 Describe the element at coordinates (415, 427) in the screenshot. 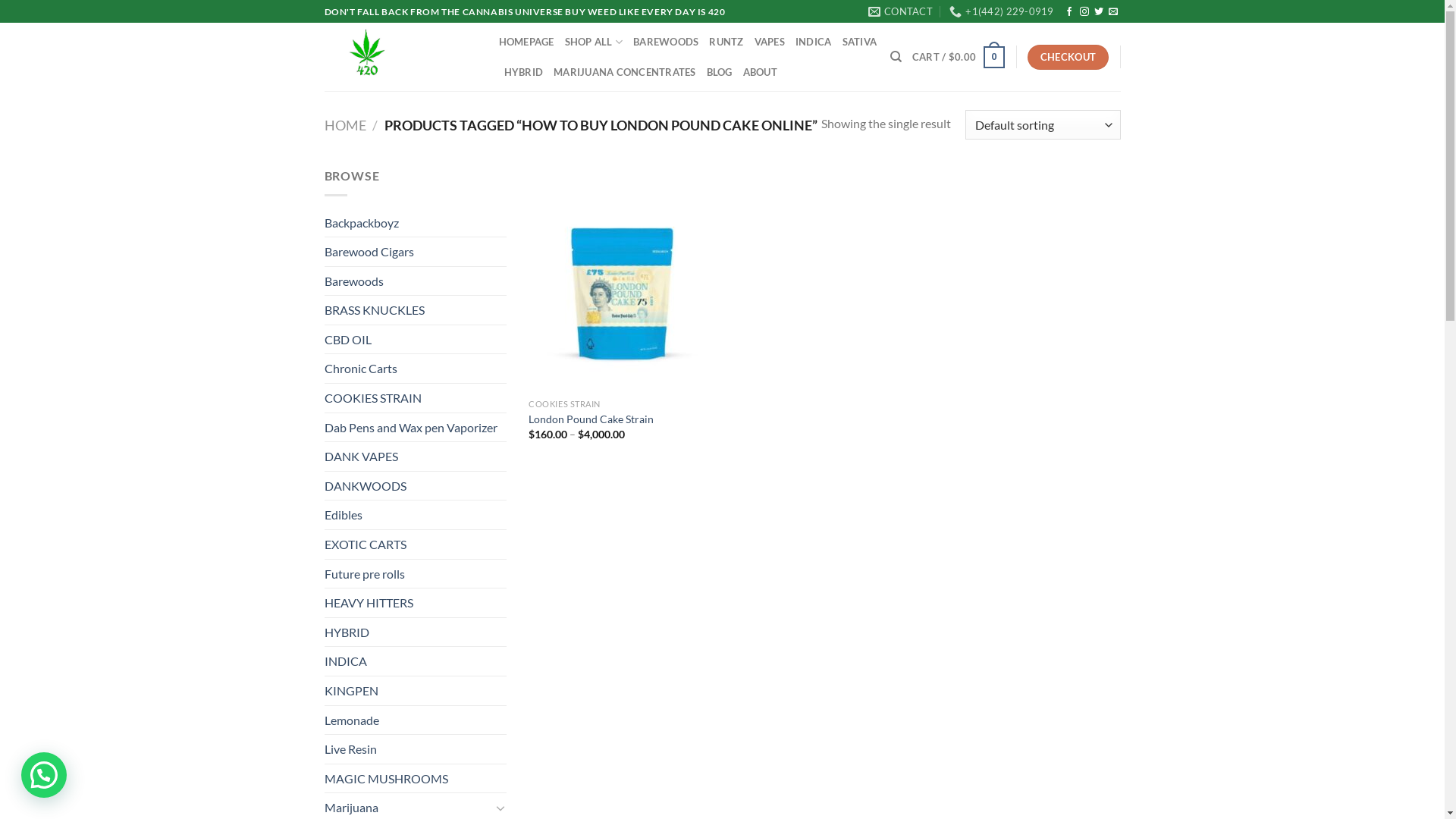

I see `'Dab Pens and Wax pen Vaporizer'` at that location.